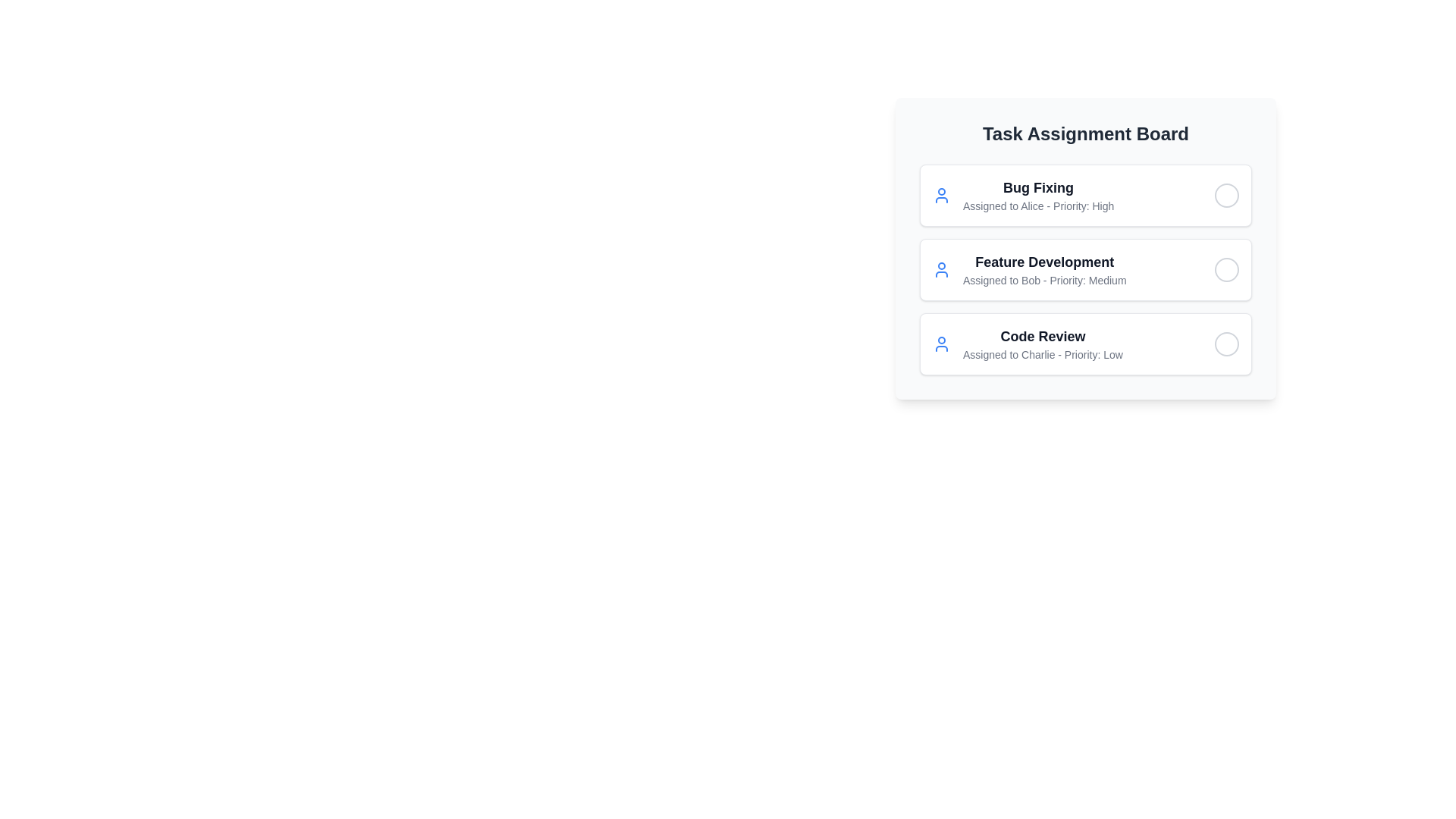  I want to click on information displayed in the text display element titled 'Bug Fixing' with a description 'Assigned to Alice - Priority: High' located at the top of the task list in the 'Task Assignment Board', so click(1037, 195).